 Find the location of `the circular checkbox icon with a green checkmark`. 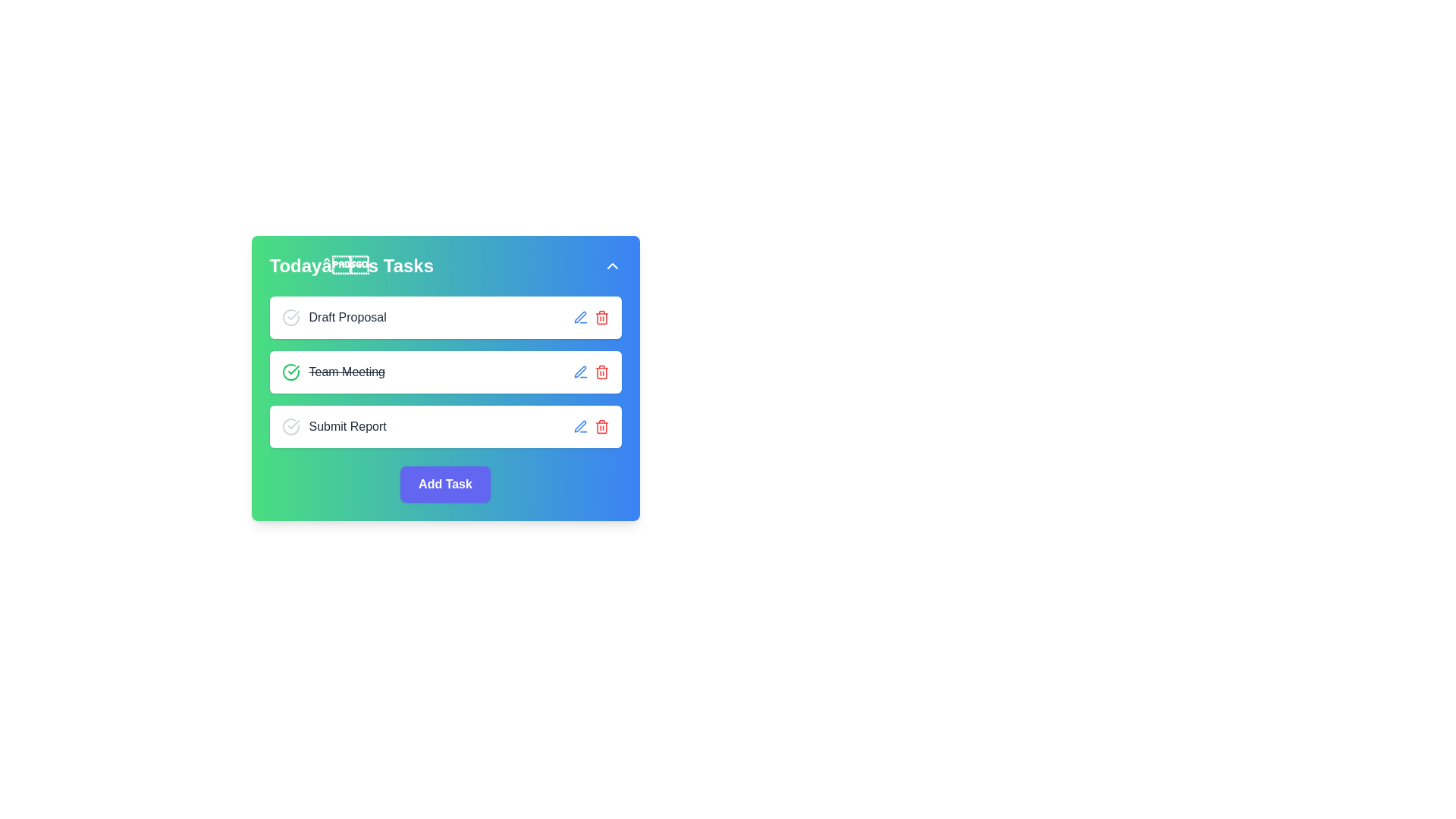

the circular checkbox icon with a green checkmark is located at coordinates (290, 372).